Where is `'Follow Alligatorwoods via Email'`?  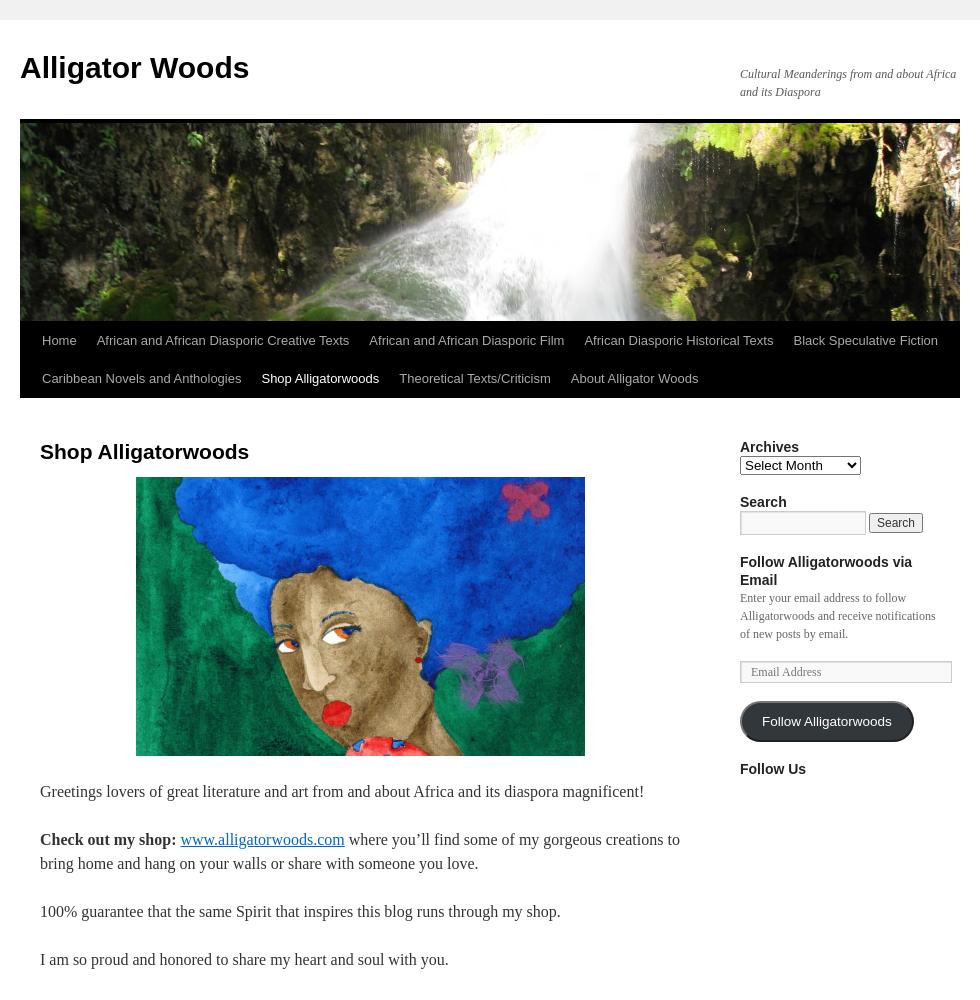 'Follow Alligatorwoods via Email' is located at coordinates (739, 570).